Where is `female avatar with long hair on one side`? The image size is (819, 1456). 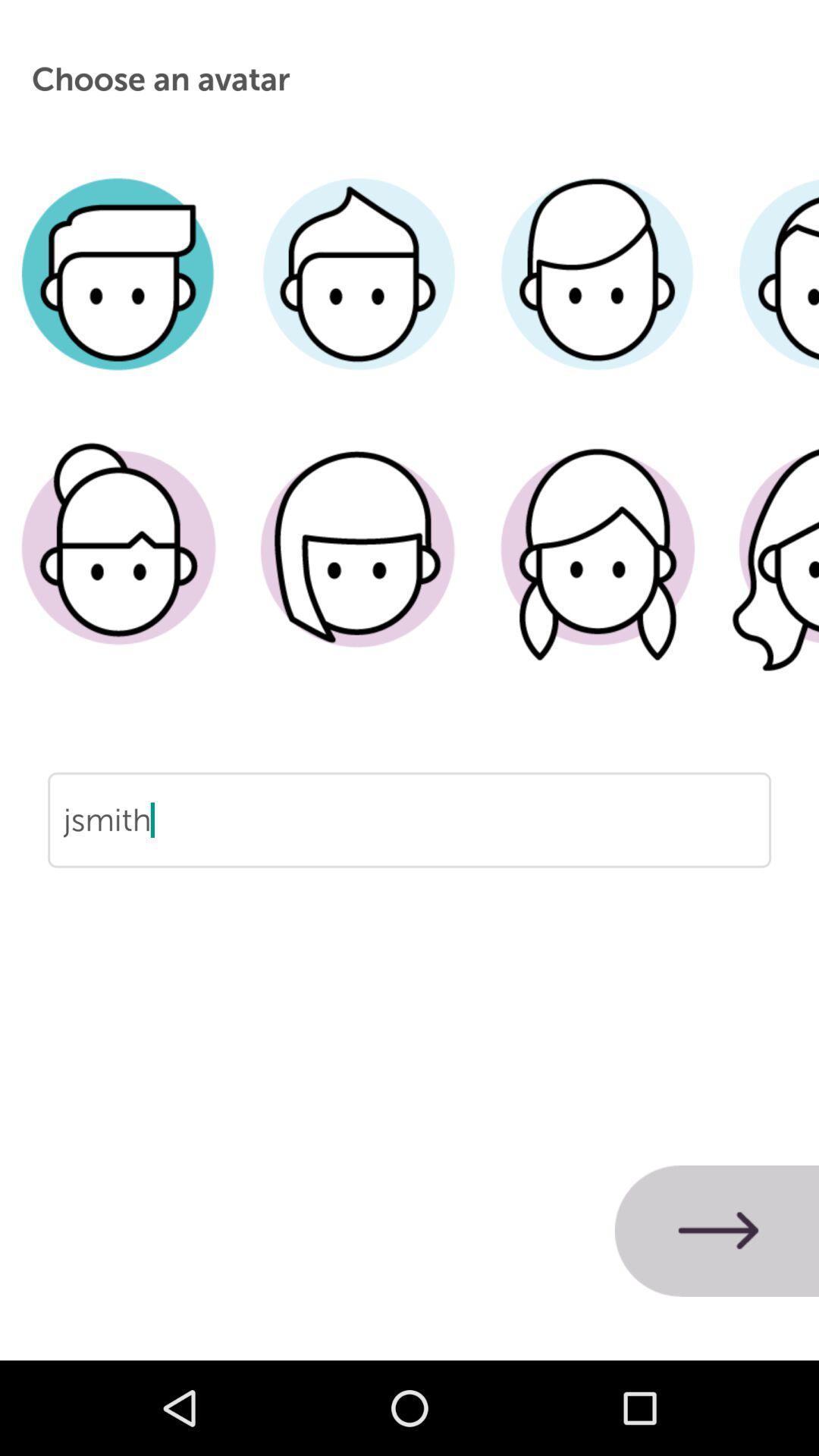 female avatar with long hair on one side is located at coordinates (358, 570).